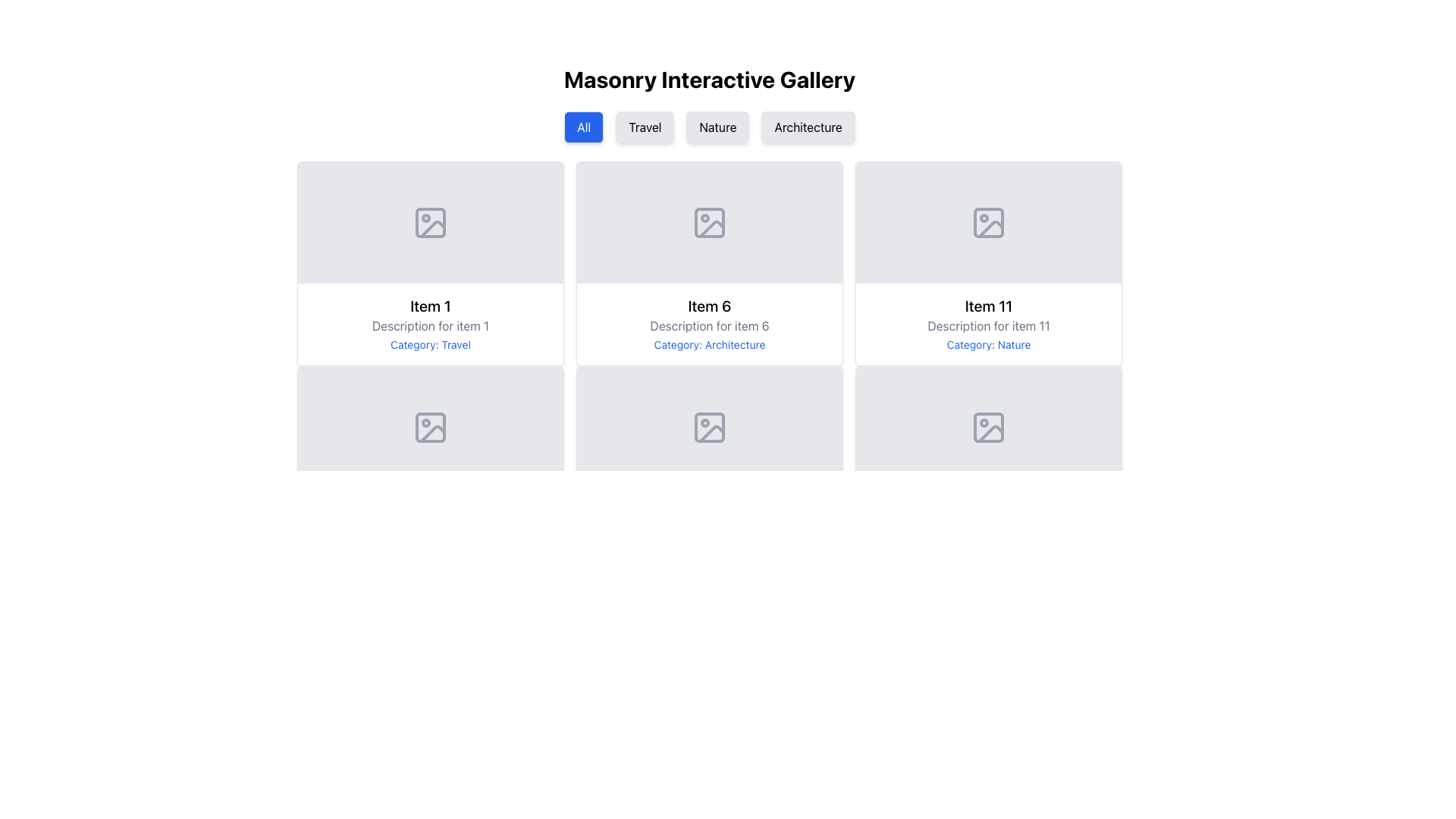 Image resolution: width=1456 pixels, height=819 pixels. What do you see at coordinates (645, 127) in the screenshot?
I see `the 'Travel' button, which is the second button from the left in a row of four buttons, to filter content related to the 'Travel' category` at bounding box center [645, 127].